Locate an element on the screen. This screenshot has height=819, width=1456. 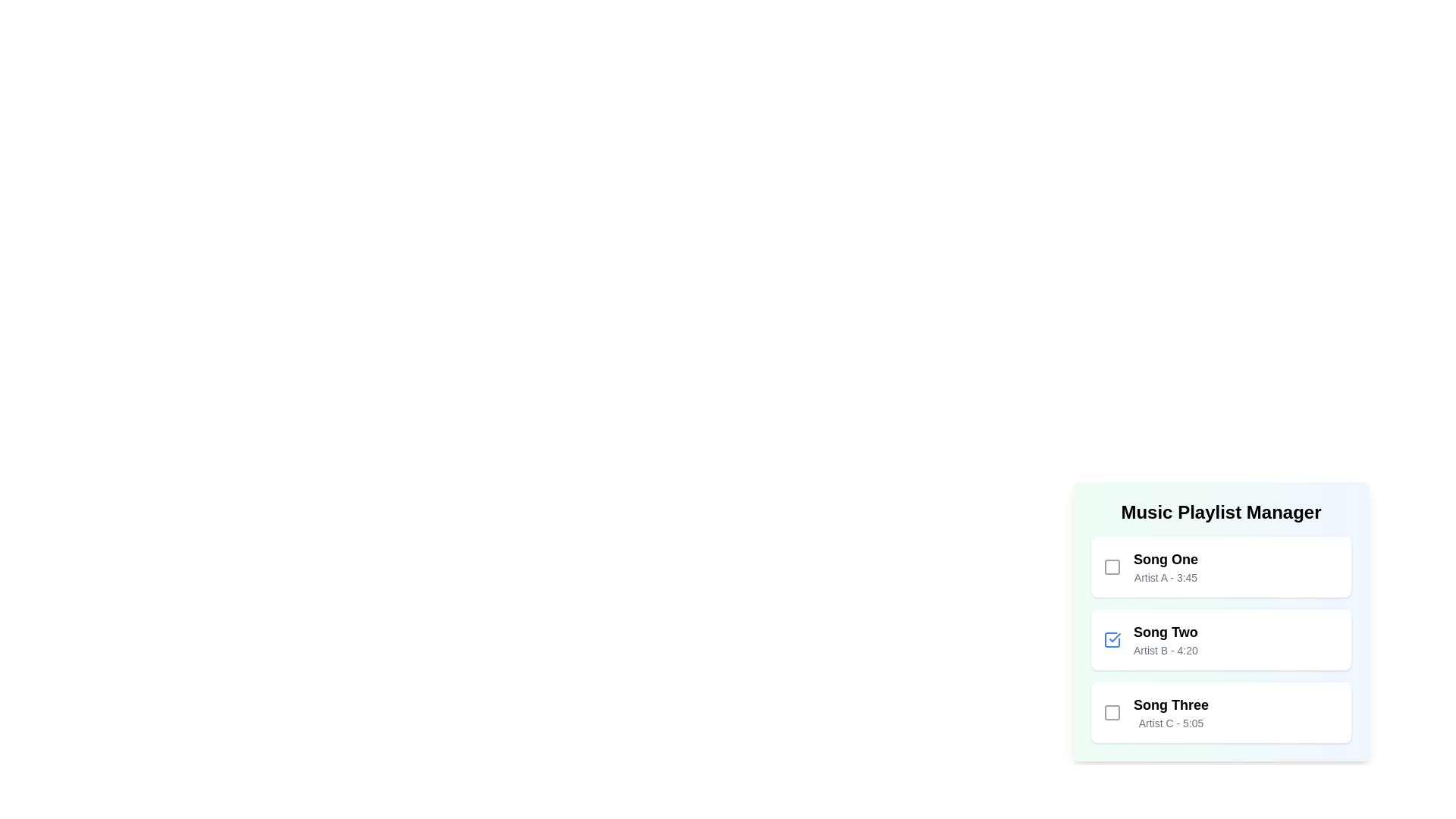
the 'Song Two' text display to interact with adjacent elements in the playlist interface is located at coordinates (1165, 640).